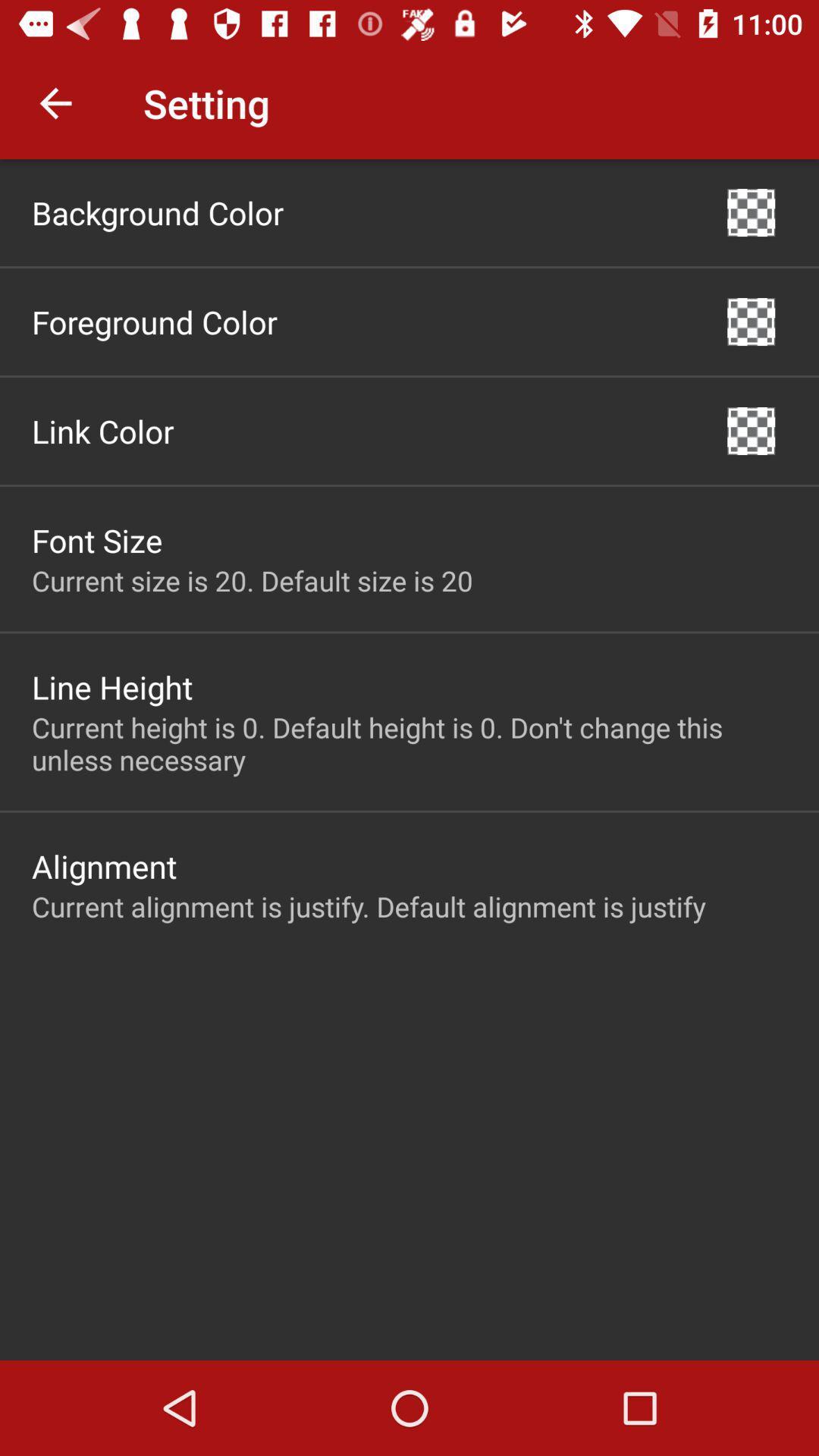 Image resolution: width=819 pixels, height=1456 pixels. Describe the element at coordinates (751, 212) in the screenshot. I see `the item next to background color item` at that location.